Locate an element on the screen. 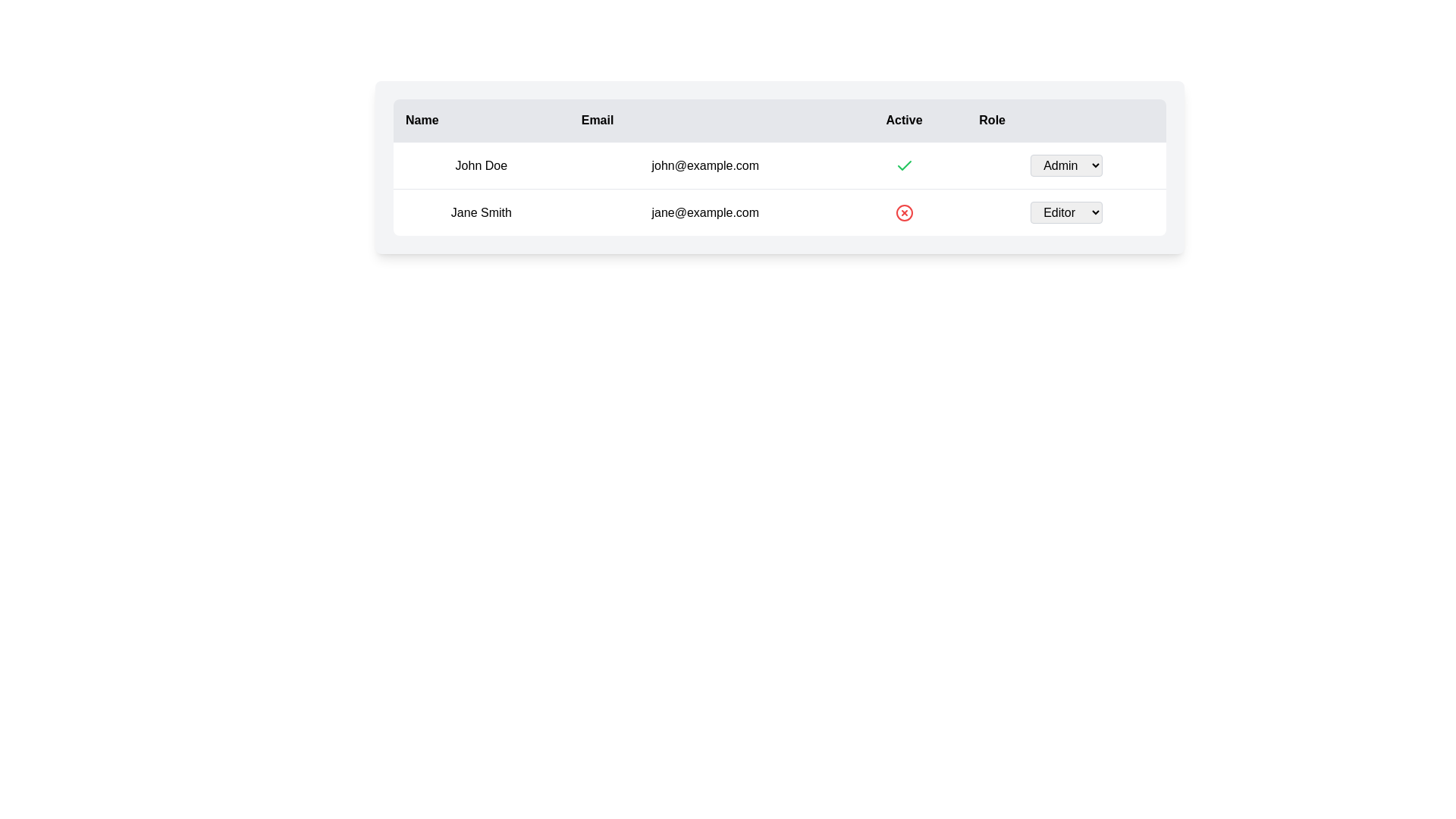  the green check icon in the 'Active' column of the user management table, which is located in the third cell of the first row, indicating an active state is located at coordinates (904, 165).